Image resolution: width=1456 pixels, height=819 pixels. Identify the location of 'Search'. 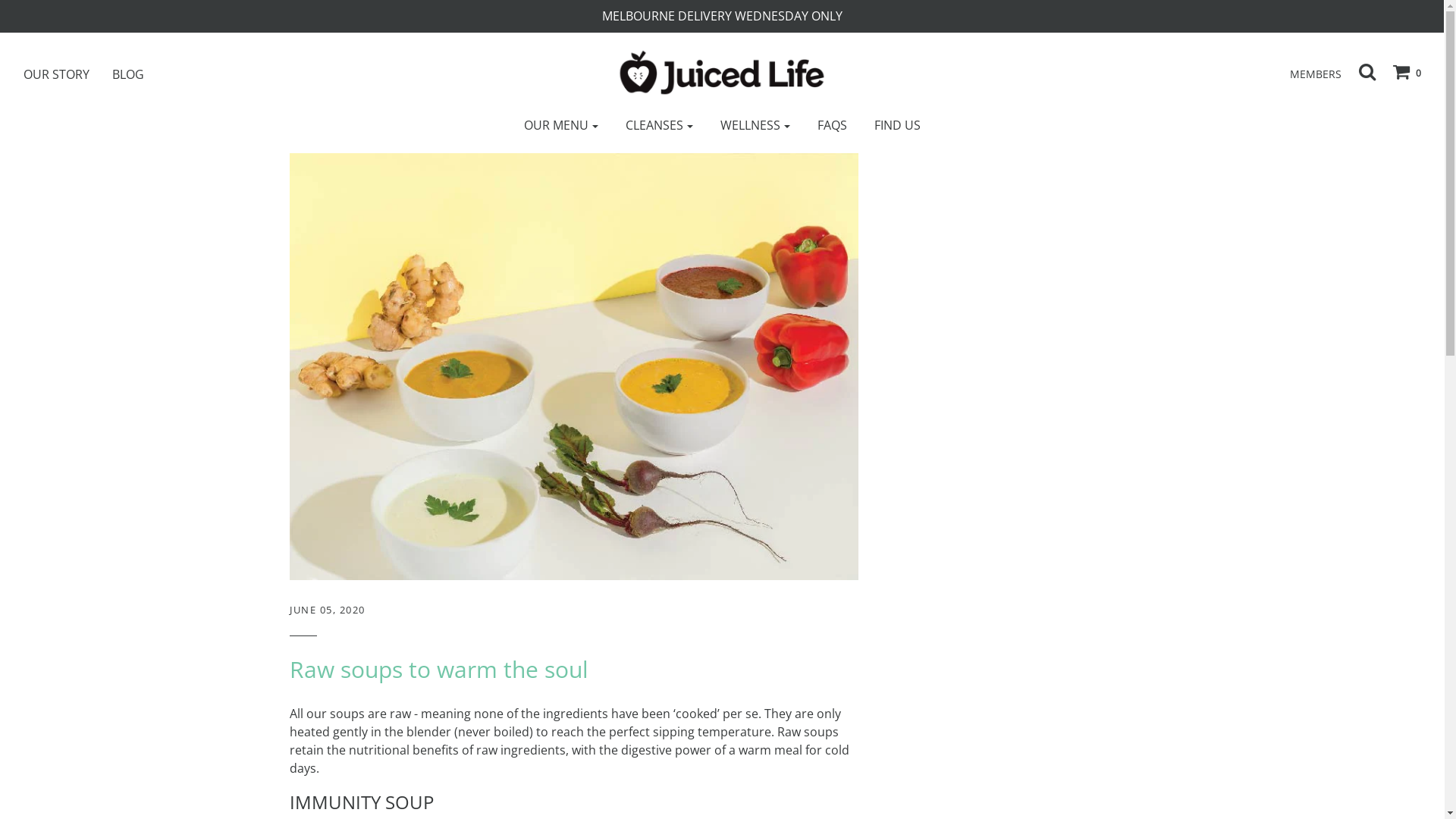
(1360, 71).